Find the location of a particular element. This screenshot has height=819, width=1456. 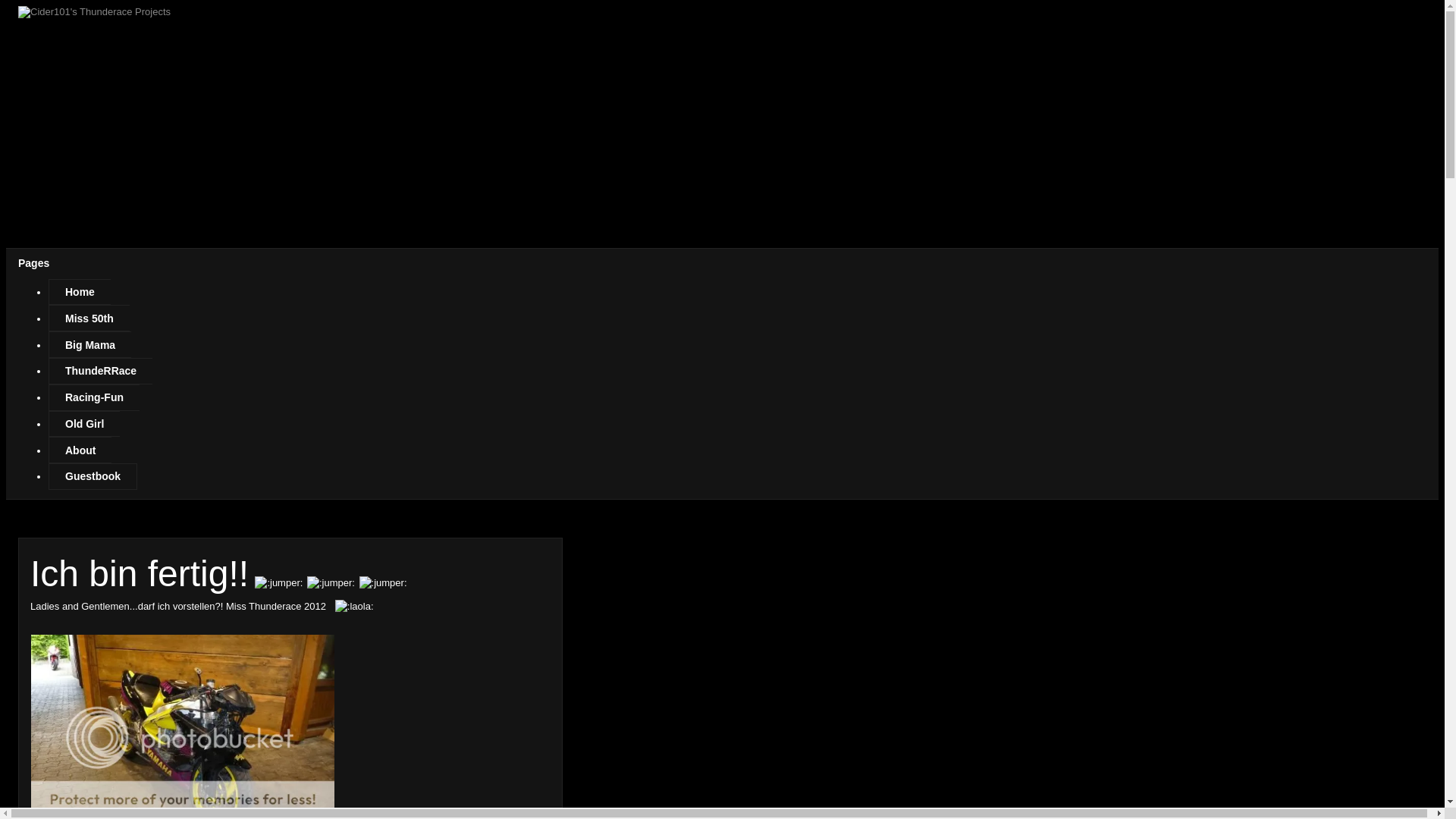

'jumper' is located at coordinates (383, 582).